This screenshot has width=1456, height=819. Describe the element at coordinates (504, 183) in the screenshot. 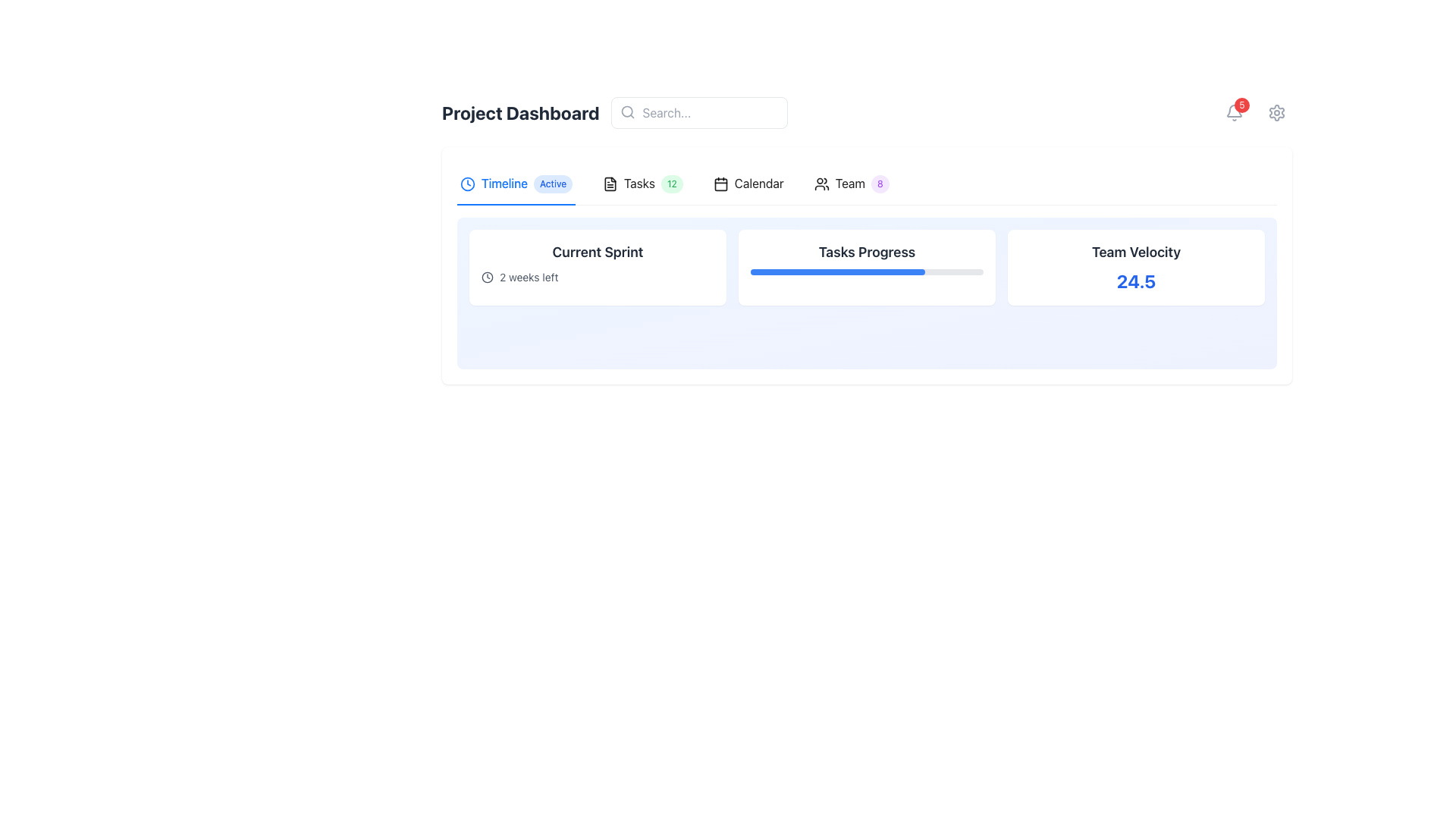

I see `the 'Timeline' navigation label positioned between a clock icon and an 'Active' badge in the navigation bar` at that location.